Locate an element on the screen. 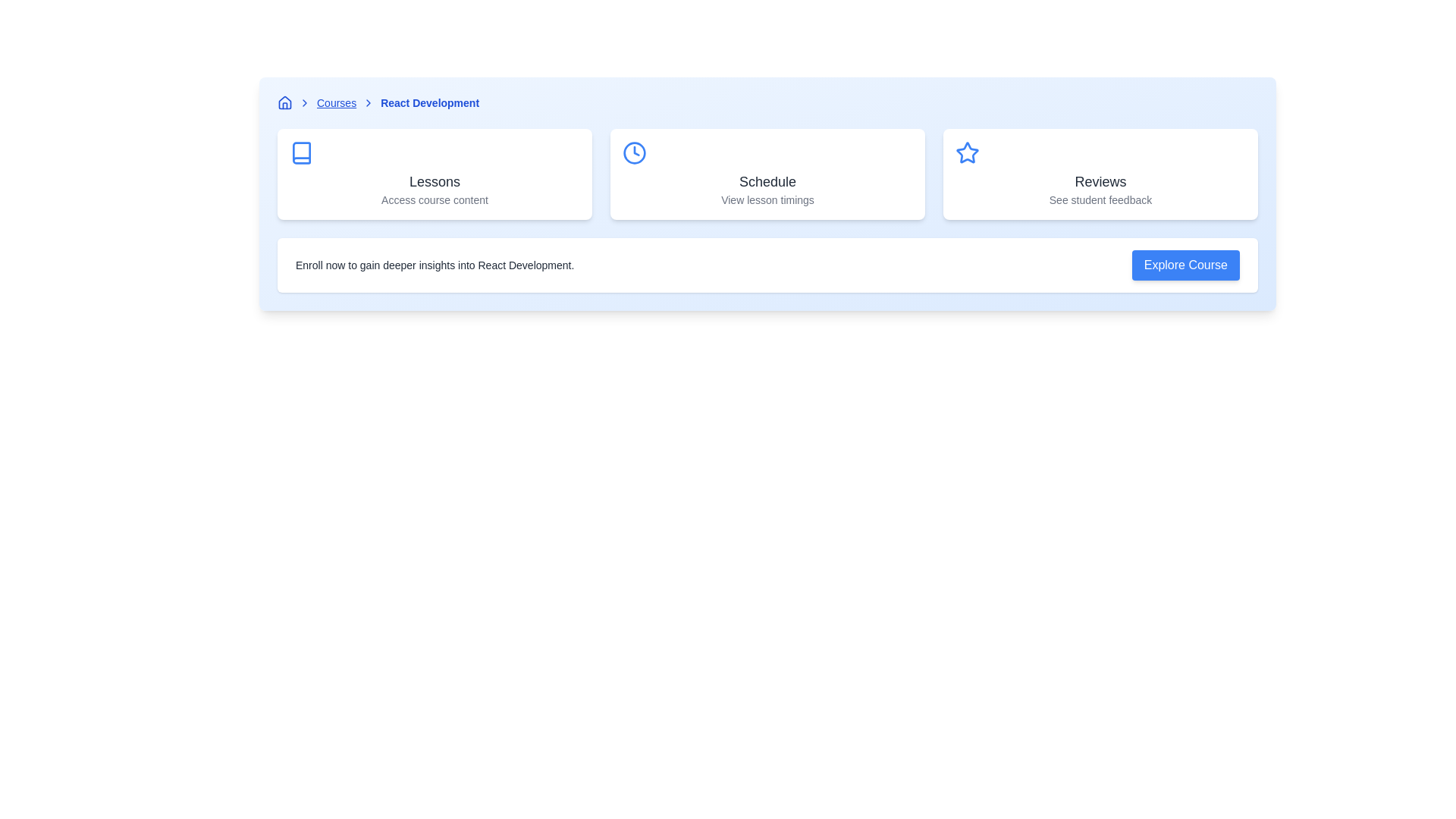 The image size is (1456, 819). the 'Lessons' icon located in the top-left corner of the 'Lessons' card is located at coordinates (302, 152).